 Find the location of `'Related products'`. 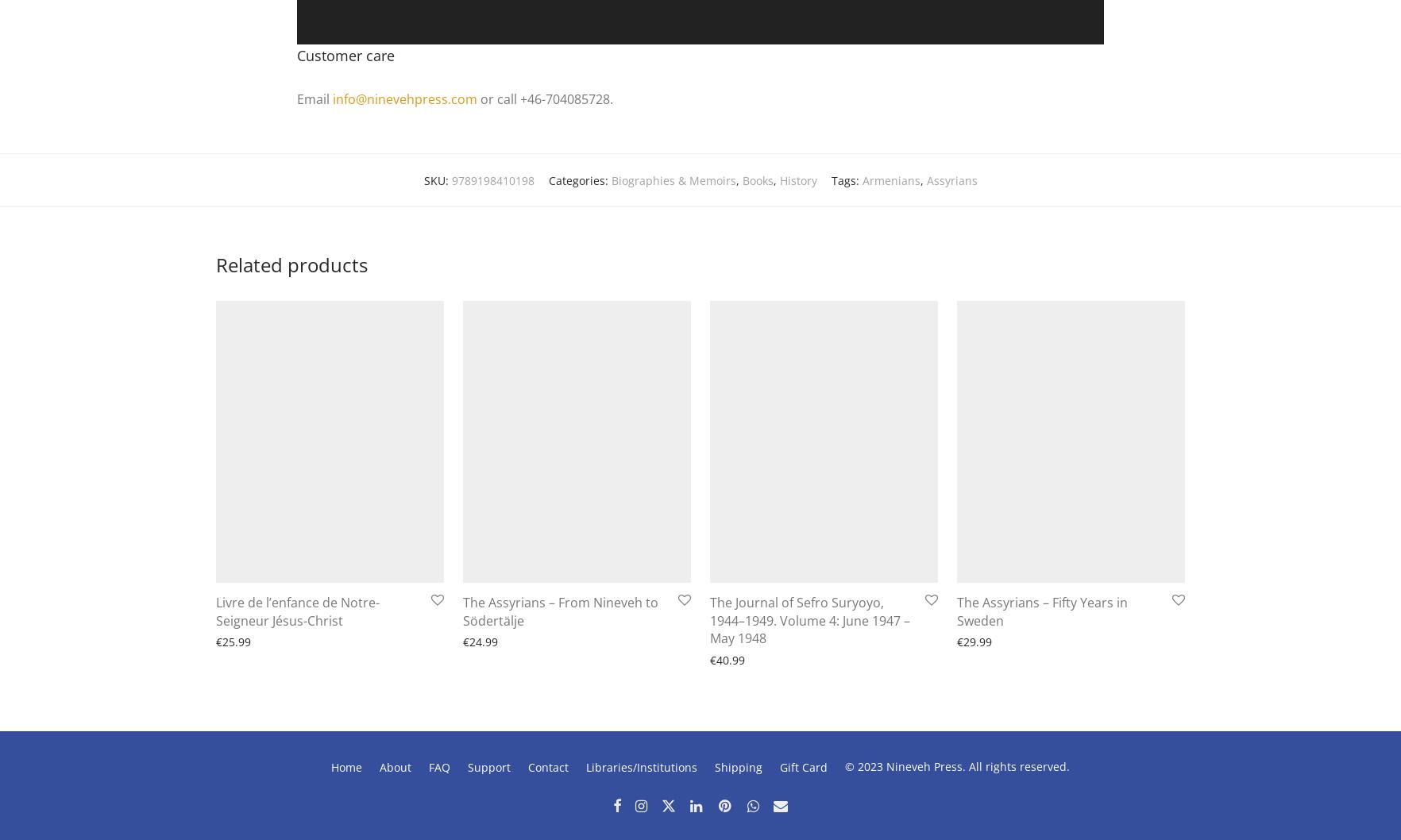

'Related products' is located at coordinates (291, 263).